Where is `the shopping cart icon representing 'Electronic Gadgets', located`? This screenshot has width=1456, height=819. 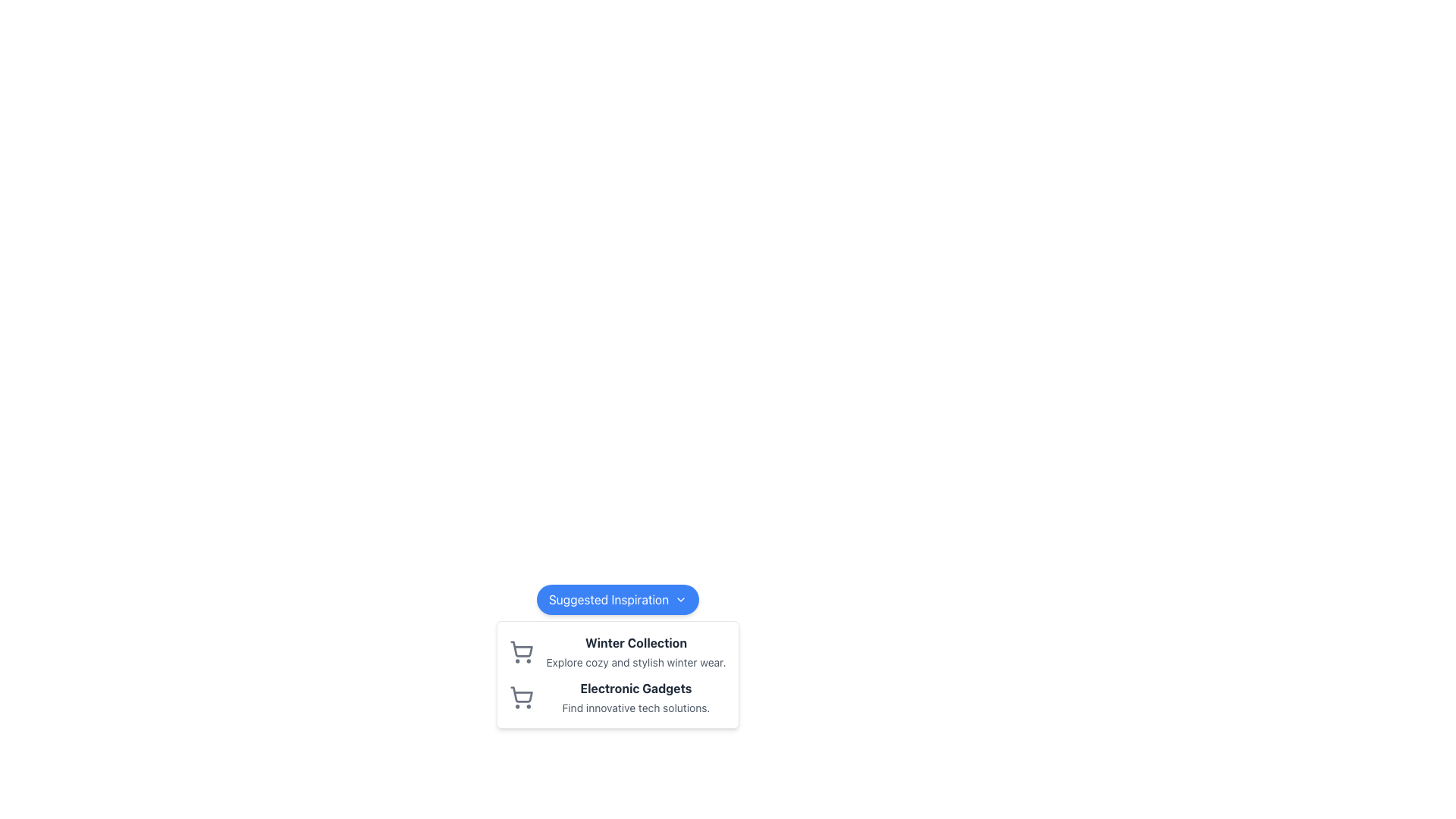
the shopping cart icon representing 'Electronic Gadgets', located is located at coordinates (521, 698).